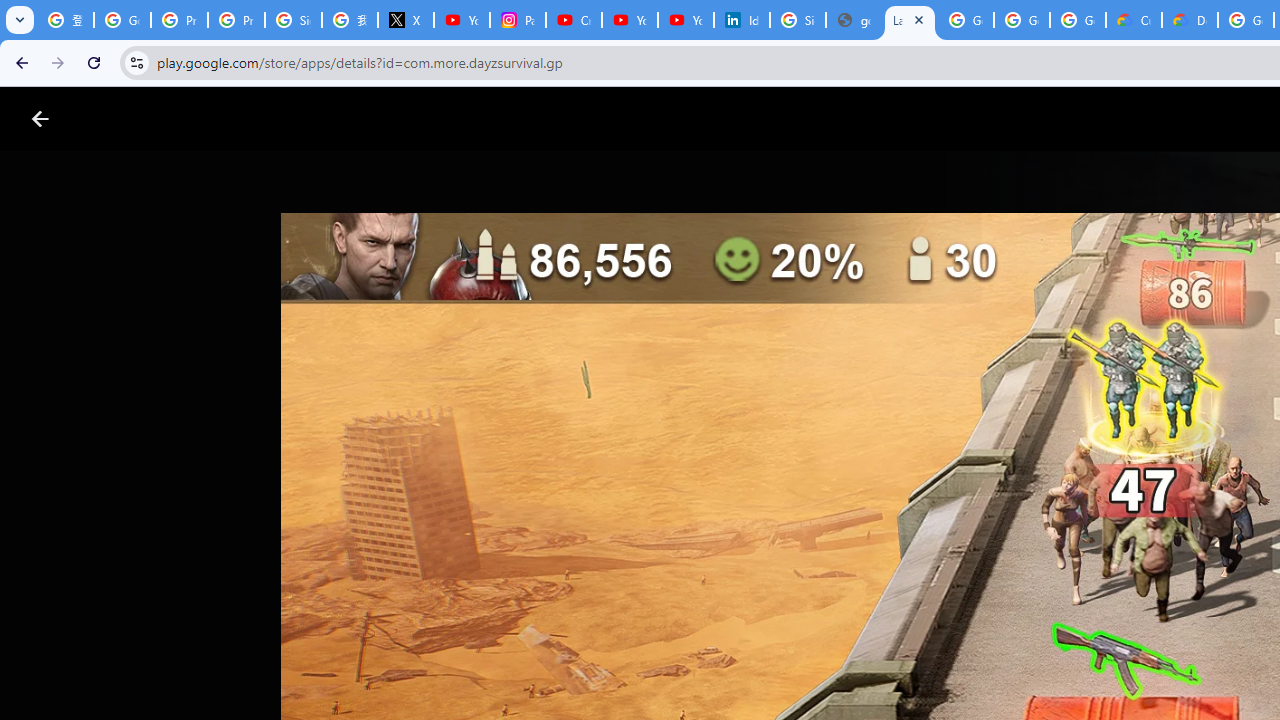 This screenshot has width=1280, height=720. I want to click on 'Sign in - Google Accounts', so click(797, 20).